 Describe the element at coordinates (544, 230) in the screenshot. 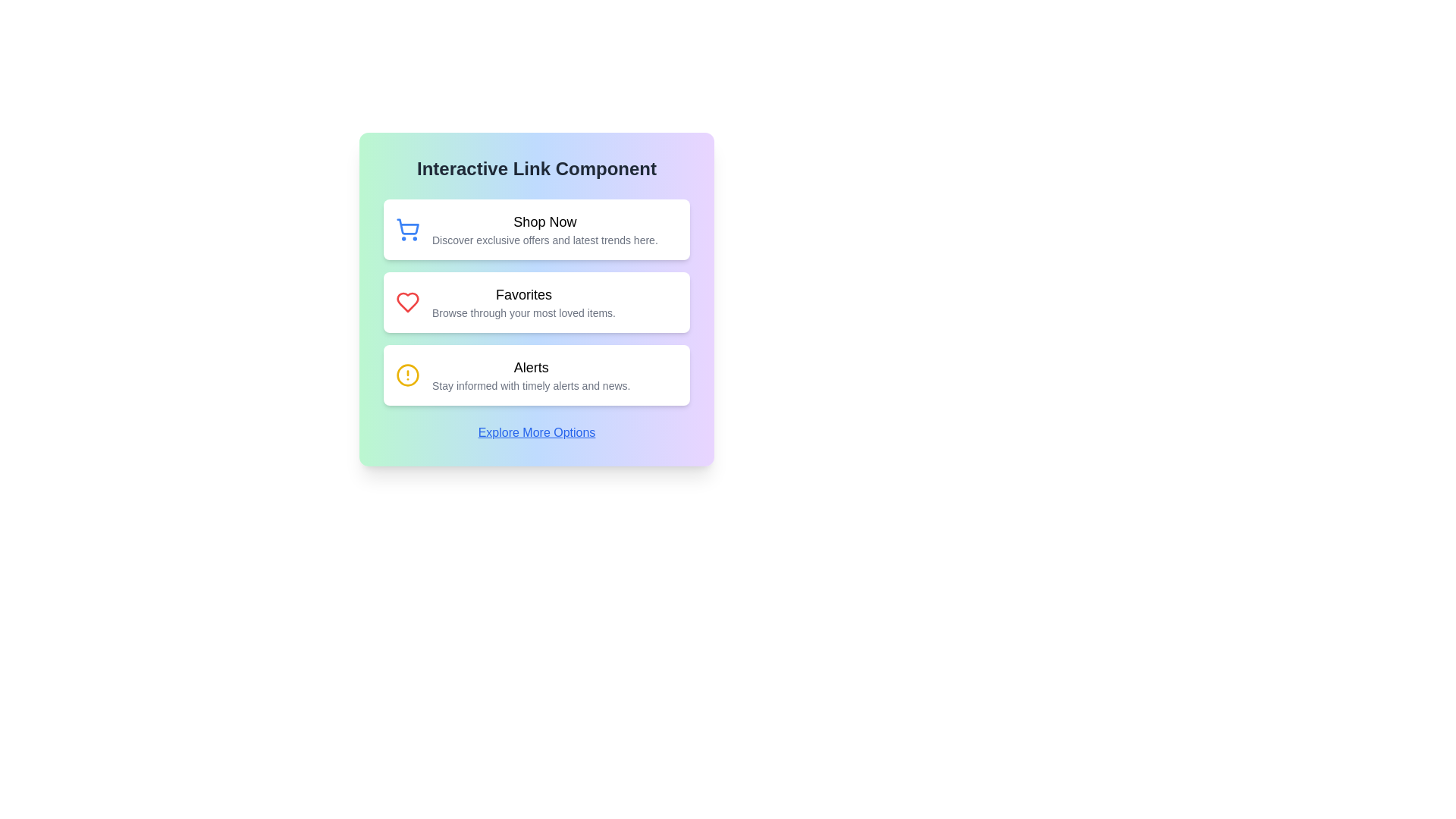

I see `text content located at the top of the vertical list of clickable options within a light-shaded card box, positioned above the 'Favorites' and 'Alerts' elements` at that location.